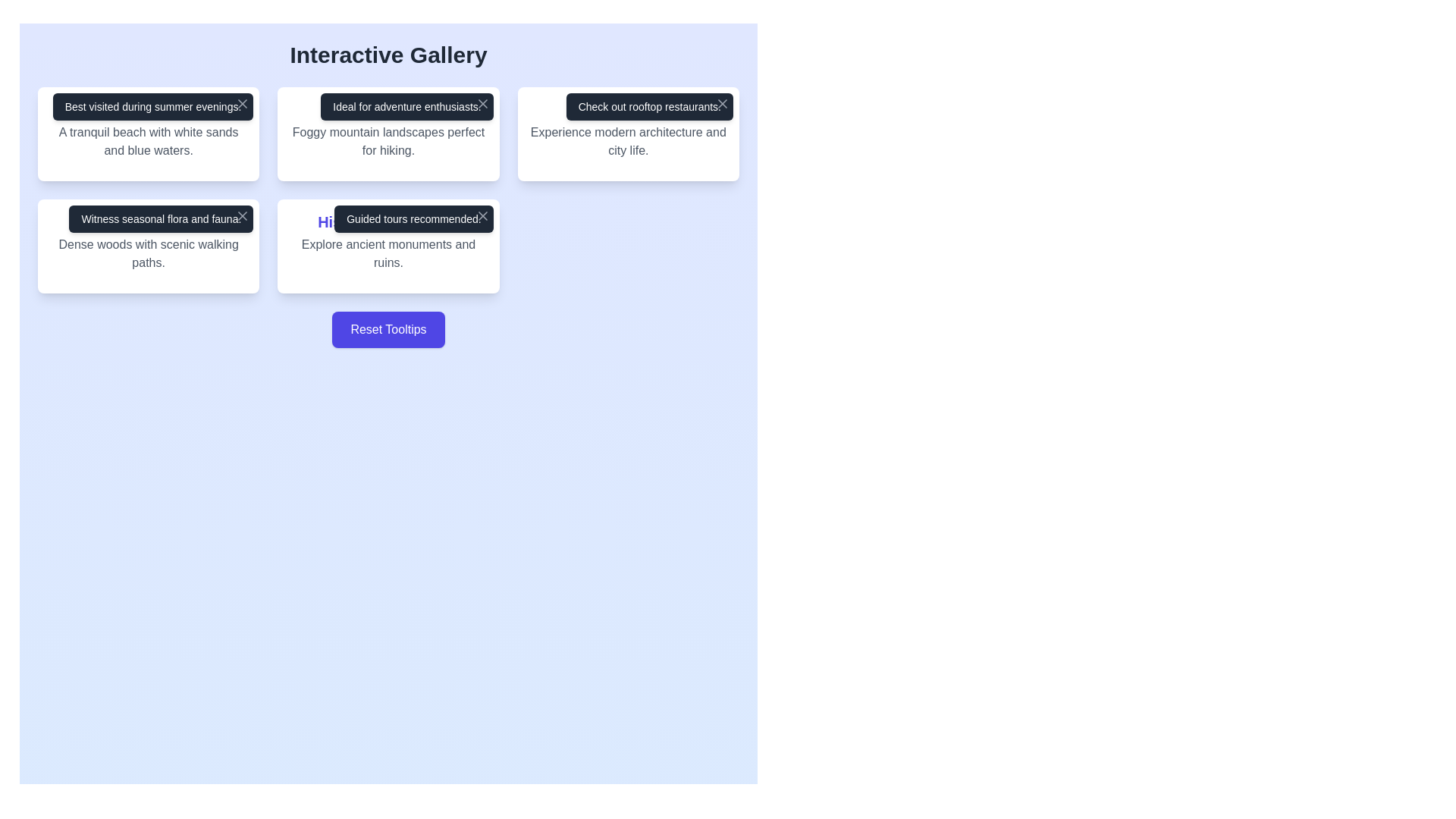 The image size is (1456, 819). Describe the element at coordinates (407, 106) in the screenshot. I see `text content of the label or badge that provides additional information about 'Mystic Mountains', located in the second card of the top row, towards the top right corner` at that location.